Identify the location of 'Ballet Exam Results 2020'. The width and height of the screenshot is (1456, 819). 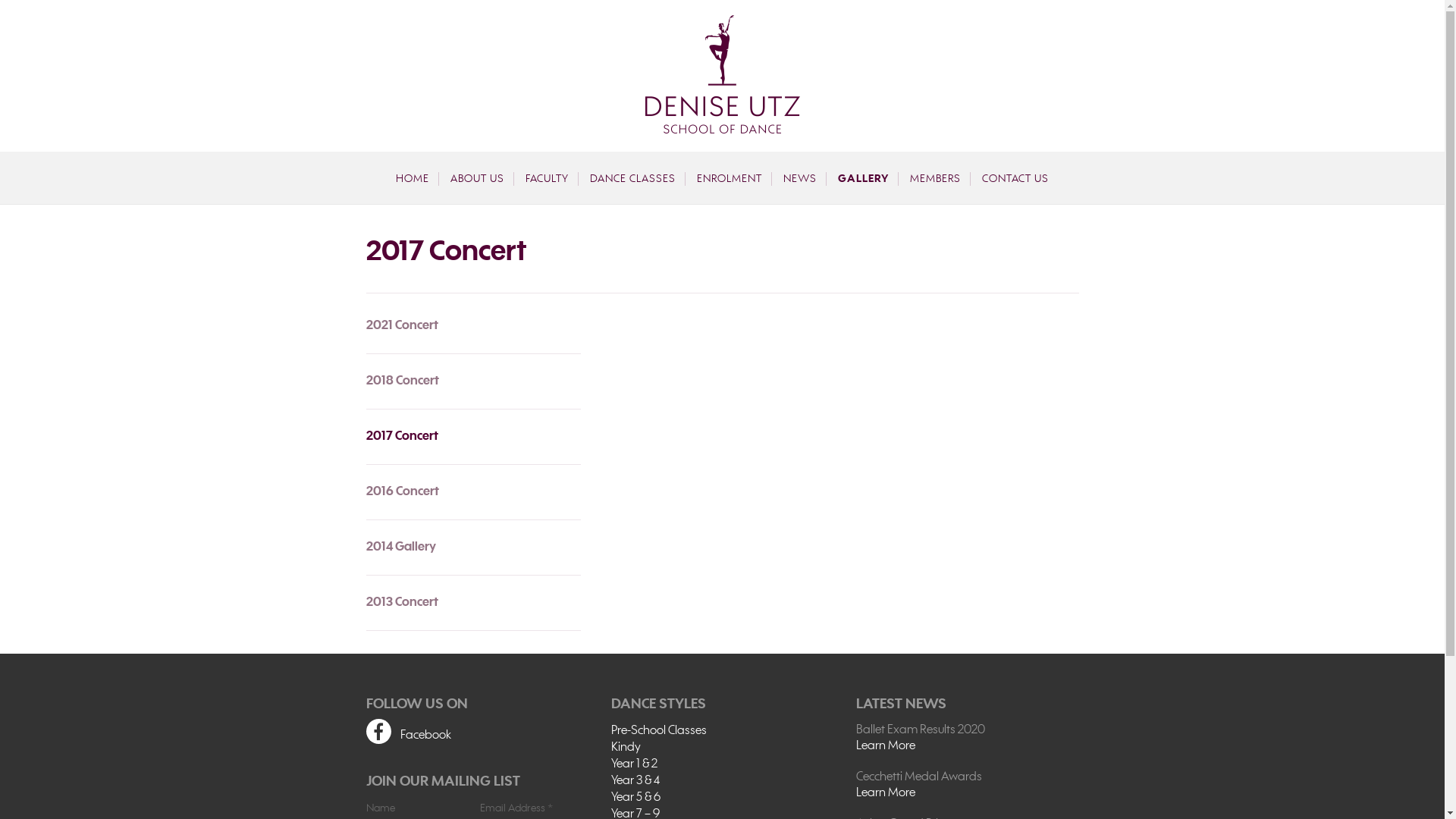
(855, 730).